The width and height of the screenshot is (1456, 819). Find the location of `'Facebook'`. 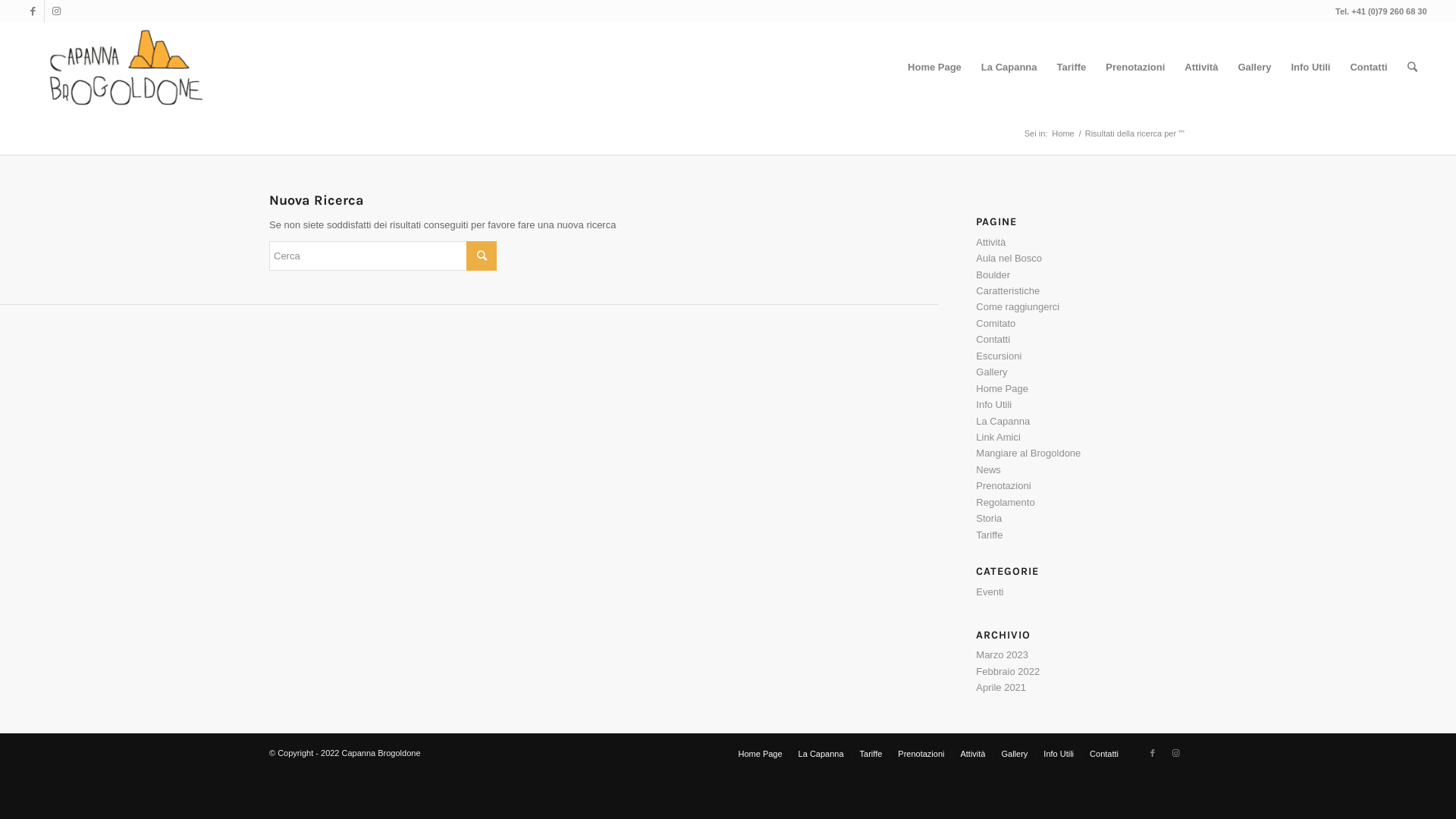

'Facebook' is located at coordinates (1141, 752).